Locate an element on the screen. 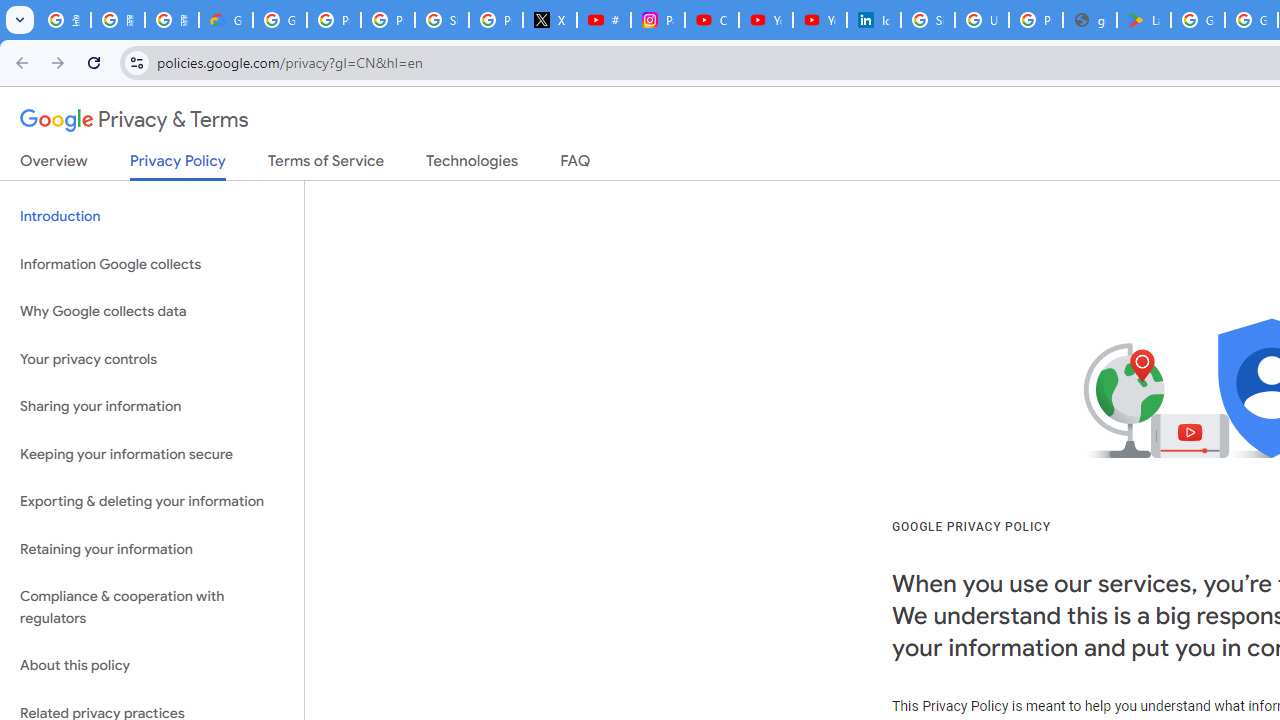  'Identity verification via Persona | LinkedIn Help' is located at coordinates (874, 20).